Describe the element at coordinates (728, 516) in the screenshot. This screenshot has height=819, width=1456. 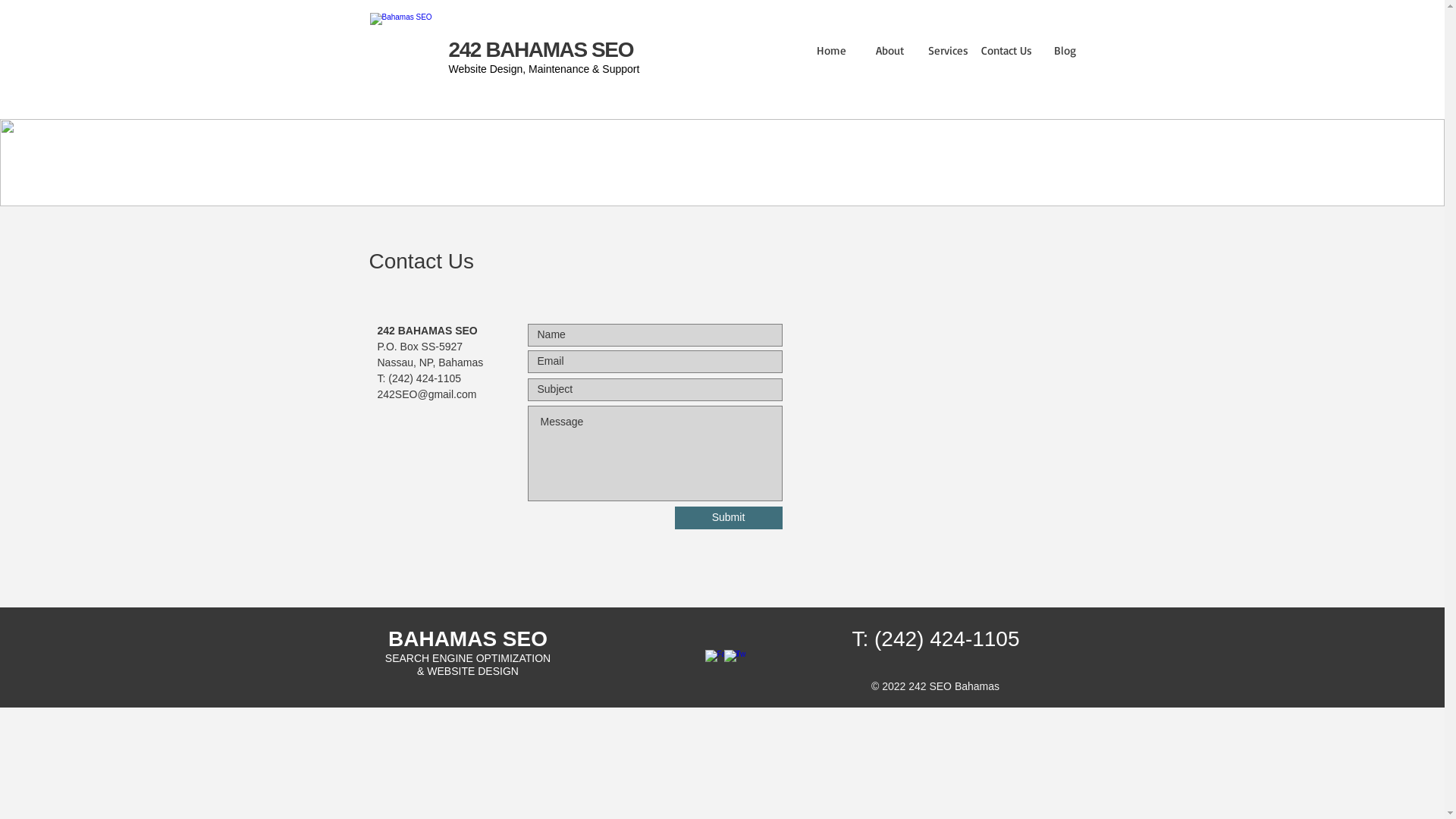
I see `'Submit'` at that location.